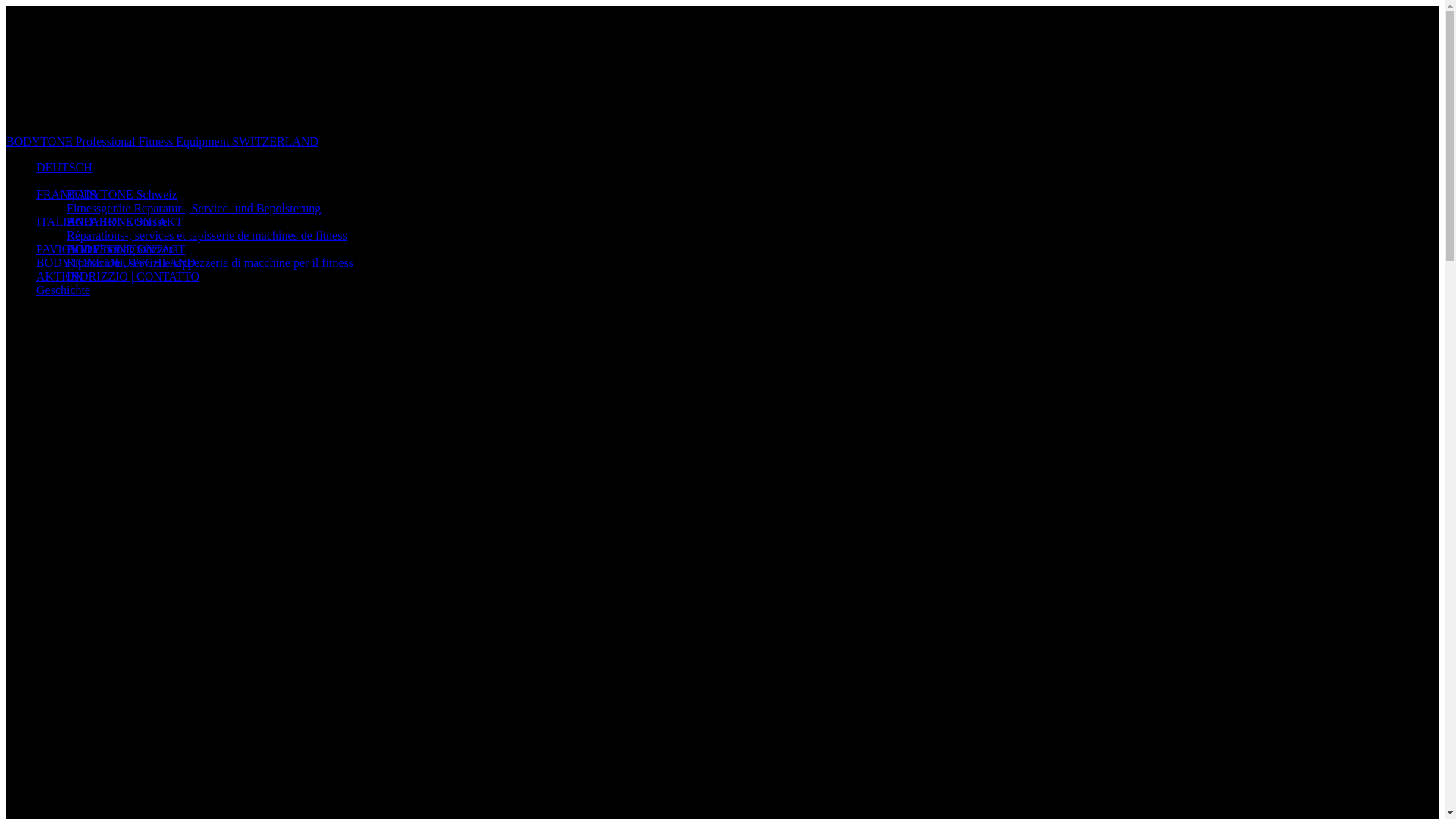 The height and width of the screenshot is (819, 1456). I want to click on 'BODYTONE Professional Fitness Equipment SWITZERLAND', so click(6, 141).